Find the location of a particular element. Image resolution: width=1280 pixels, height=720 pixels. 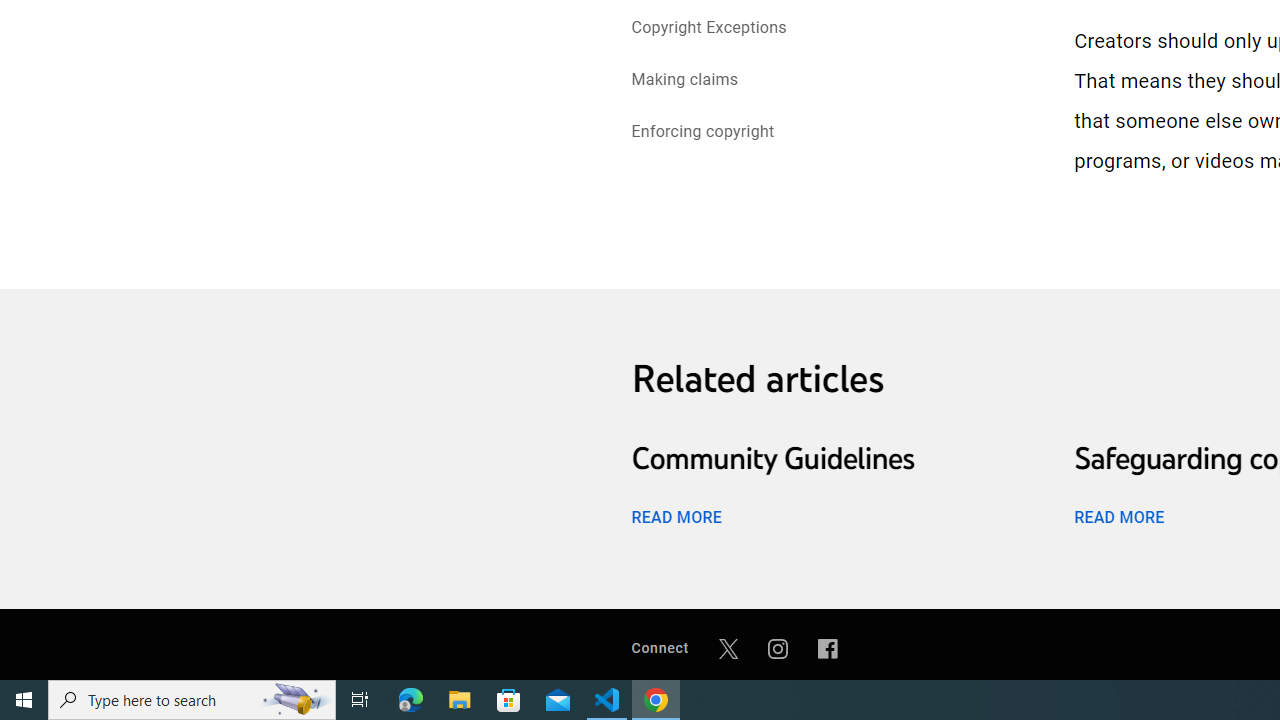

'Instagram' is located at coordinates (777, 648).